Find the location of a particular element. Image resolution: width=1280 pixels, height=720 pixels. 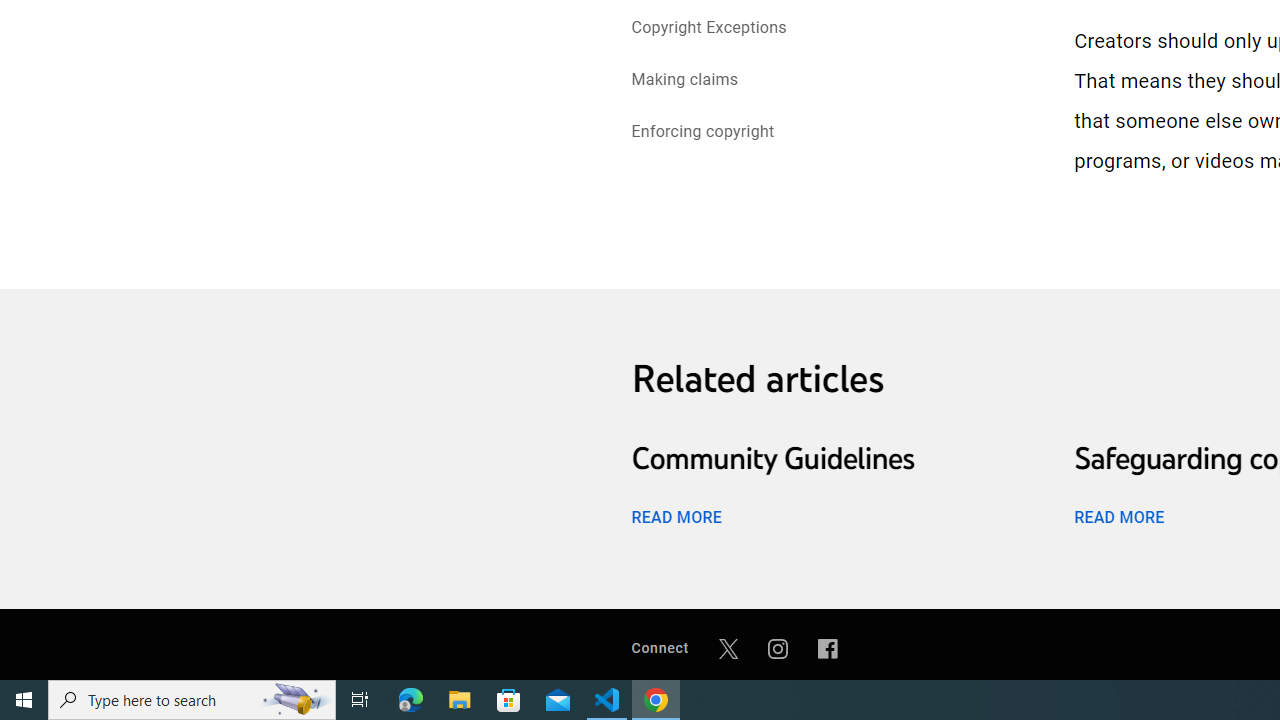

'Instagram' is located at coordinates (777, 648).